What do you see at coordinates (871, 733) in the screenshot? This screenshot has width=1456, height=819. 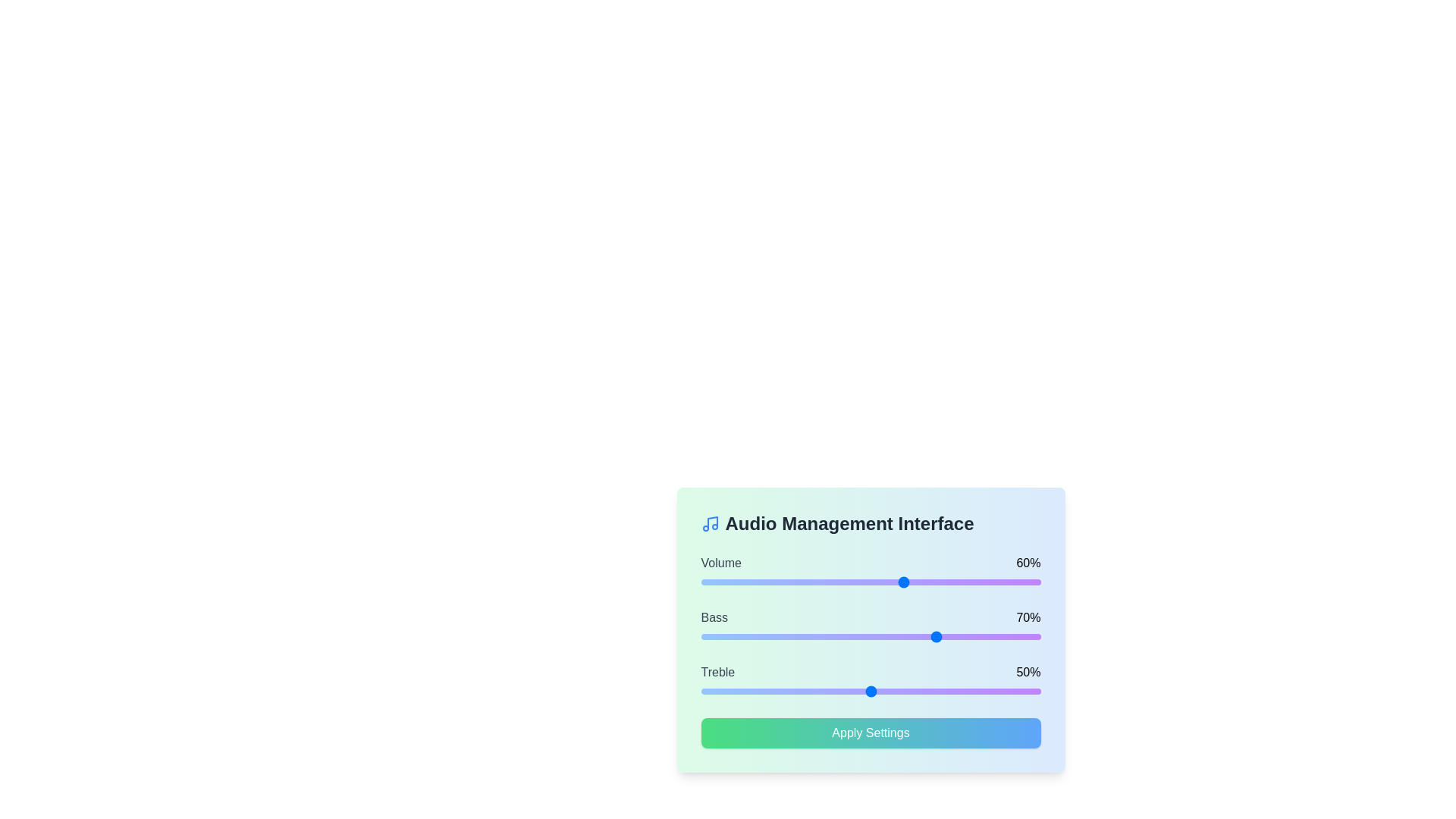 I see `the 'Apply Changes' button located at the bottom center of the 'Audio Management Interface' card` at bounding box center [871, 733].